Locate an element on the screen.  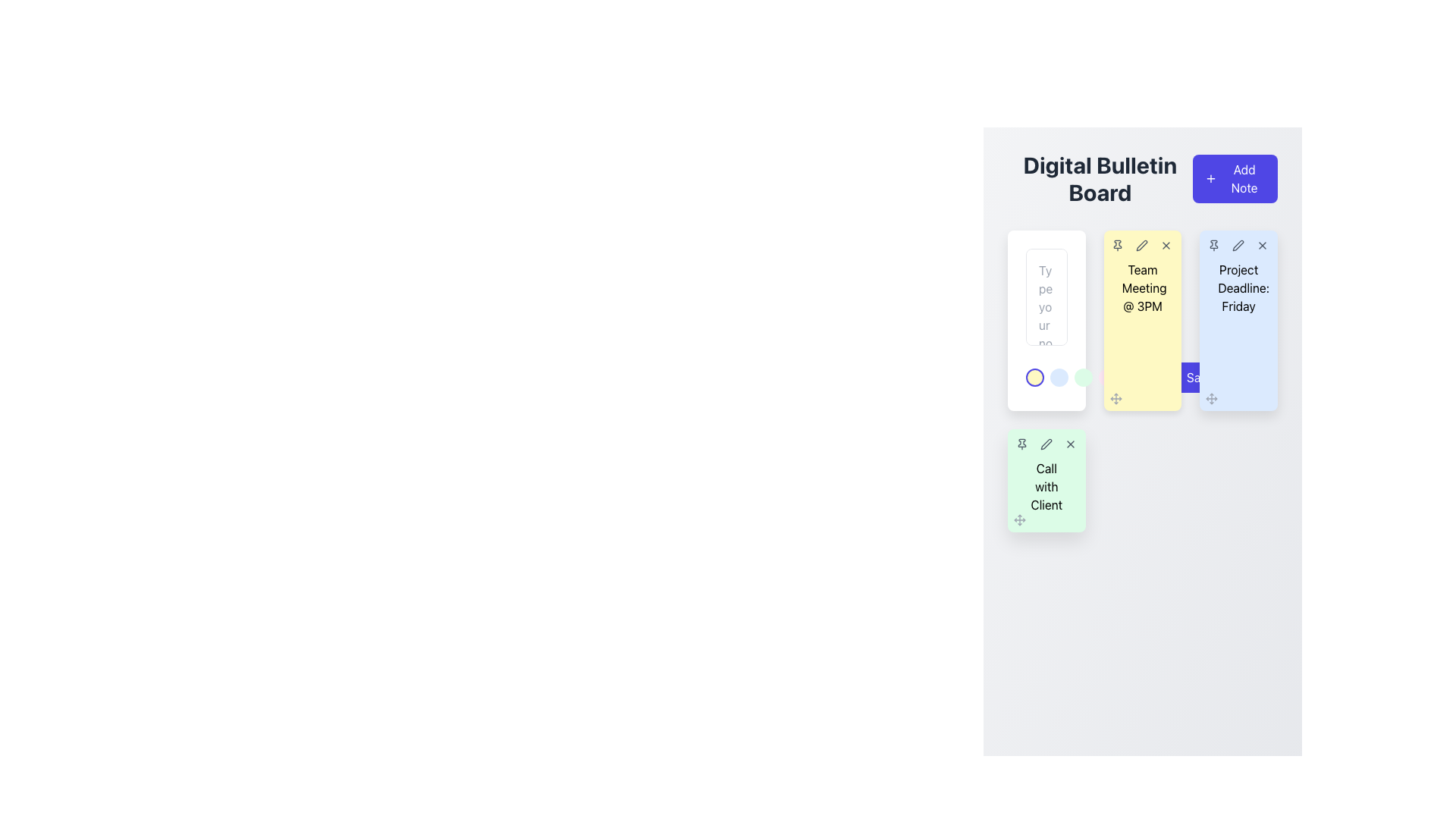
the pin icon button located at the top-right area of the green note labeled 'Call with Client' is located at coordinates (1021, 444).